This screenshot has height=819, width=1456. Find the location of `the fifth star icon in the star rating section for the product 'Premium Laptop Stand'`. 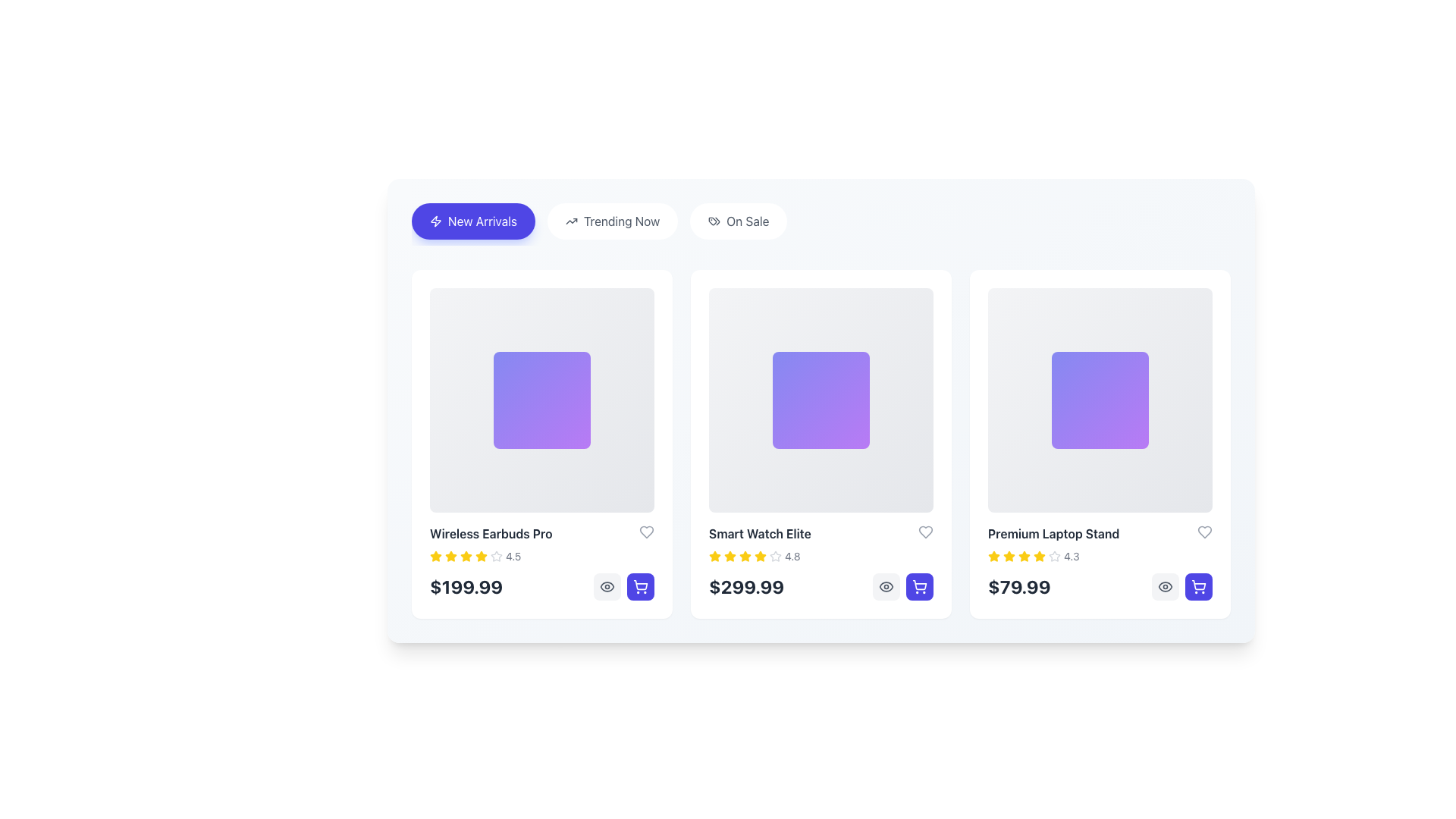

the fifth star icon in the star rating section for the product 'Premium Laptop Stand' is located at coordinates (1039, 556).